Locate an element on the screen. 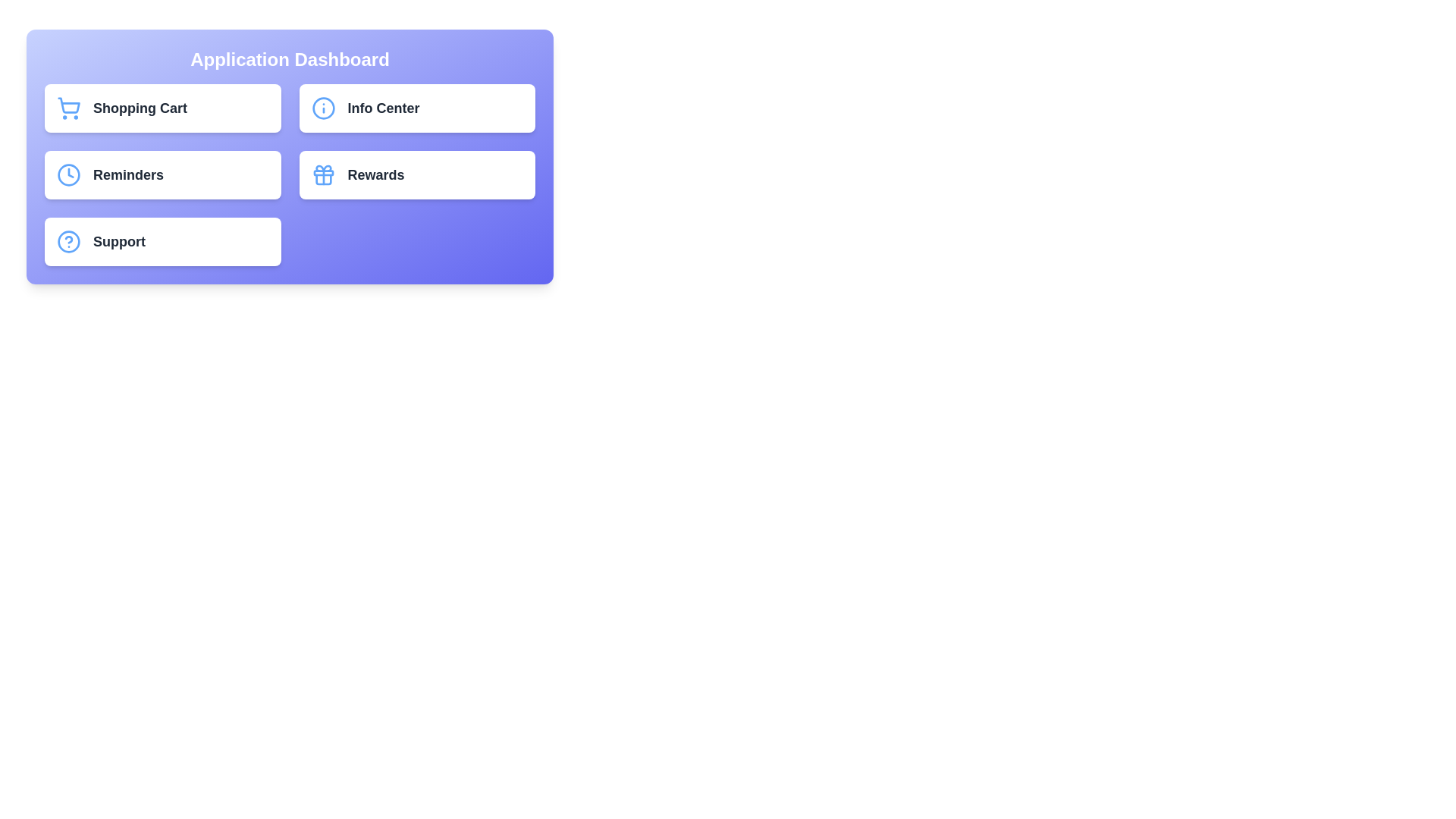 This screenshot has height=819, width=1456. the 'Reminders' text label is located at coordinates (128, 174).